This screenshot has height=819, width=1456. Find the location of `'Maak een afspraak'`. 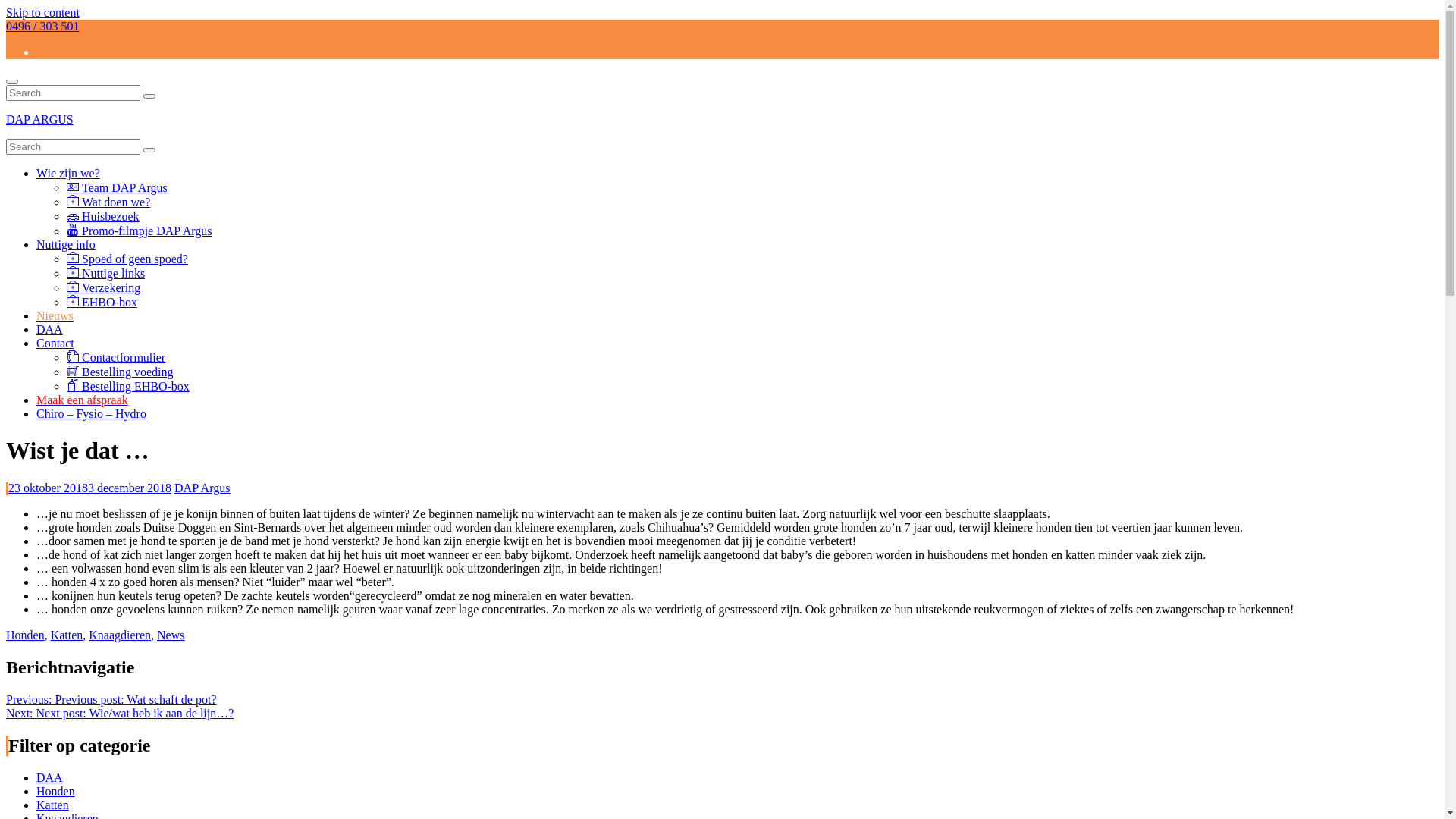

'Maak een afspraak' is located at coordinates (36, 399).